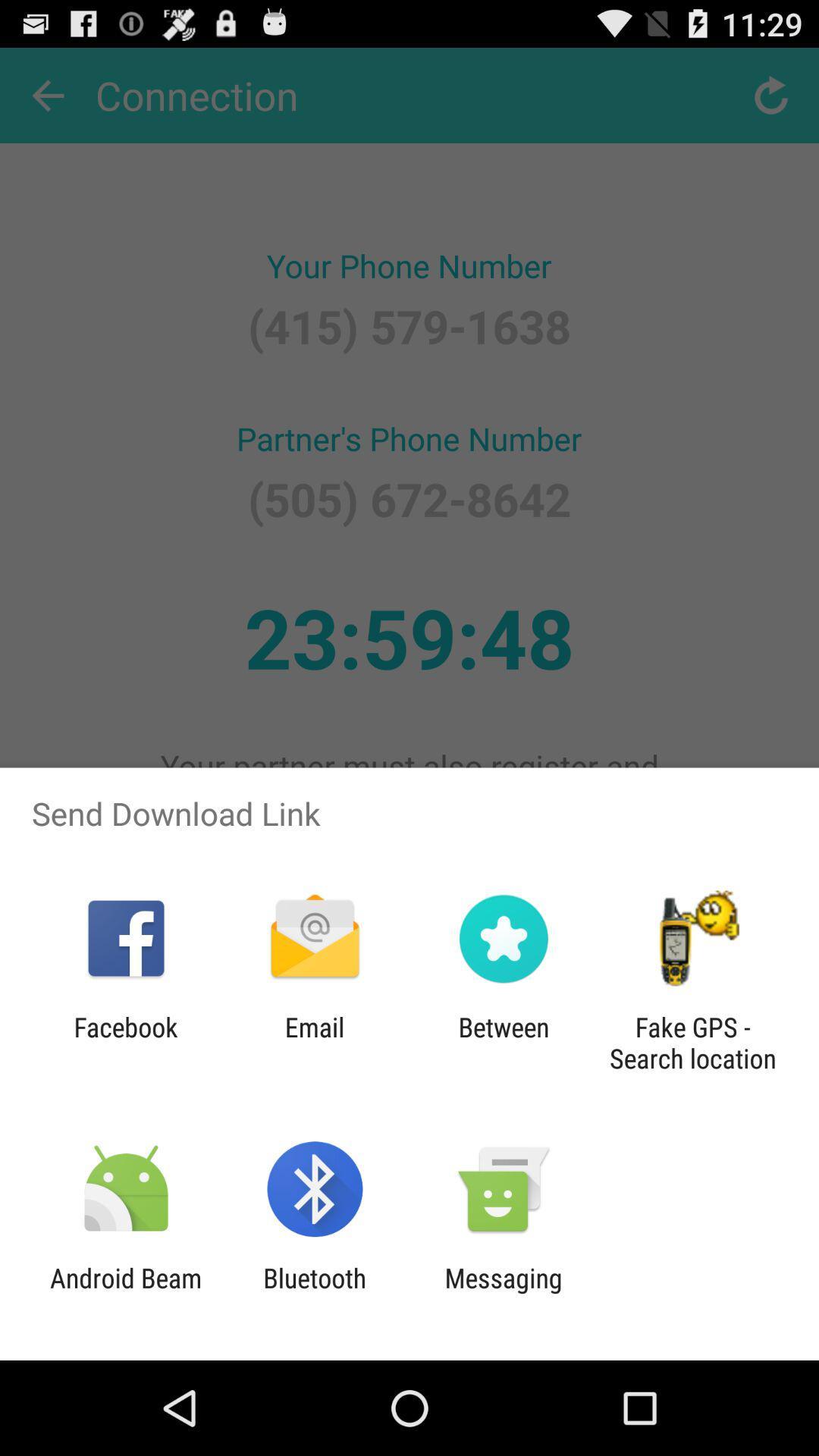 The height and width of the screenshot is (1456, 819). I want to click on the between, so click(504, 1042).